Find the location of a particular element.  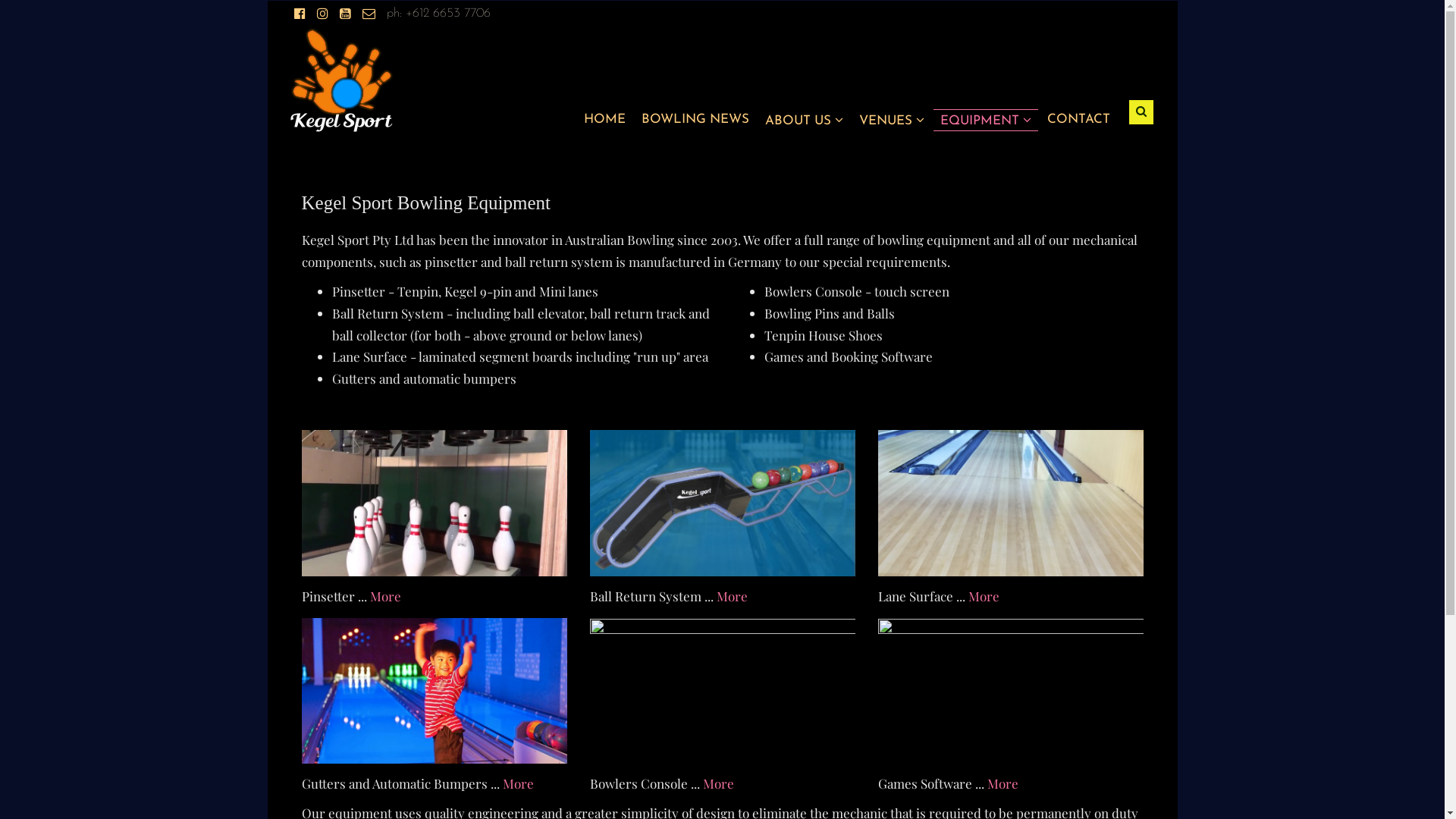

'HOME' is located at coordinates (604, 118).